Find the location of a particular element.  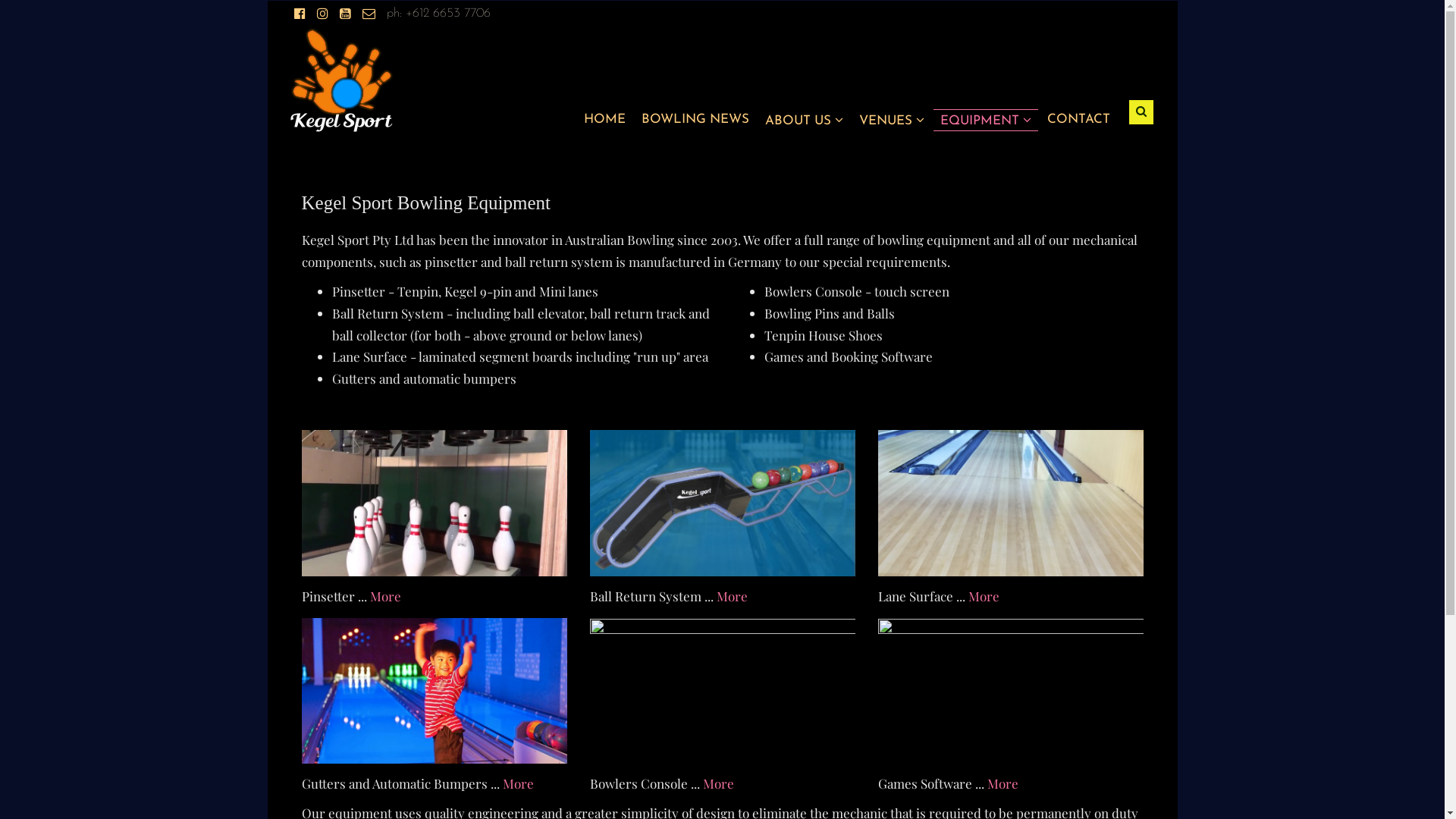

'HOME' is located at coordinates (604, 118).